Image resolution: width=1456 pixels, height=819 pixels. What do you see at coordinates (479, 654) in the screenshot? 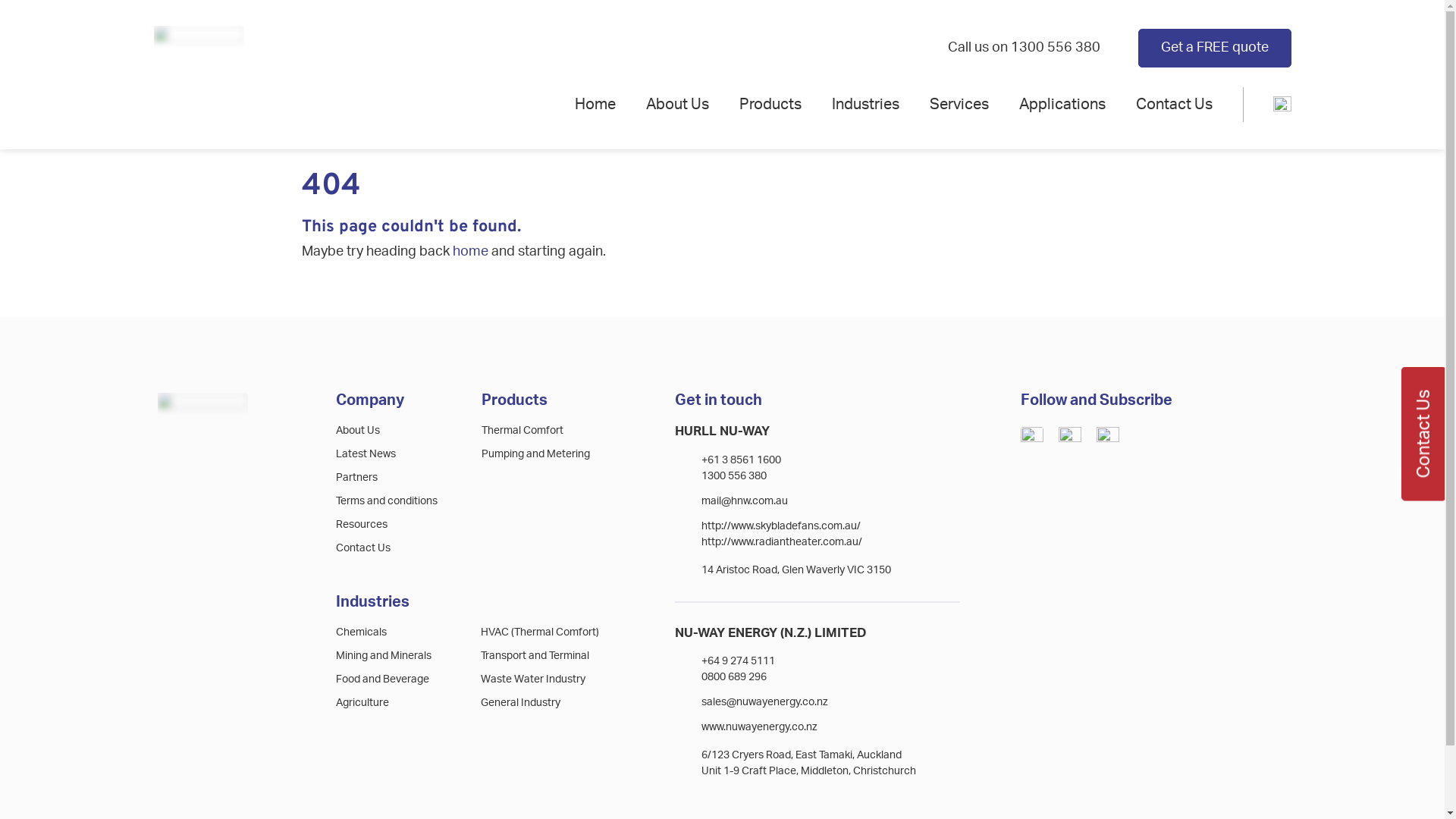
I see `'Transport and Terminal'` at bounding box center [479, 654].